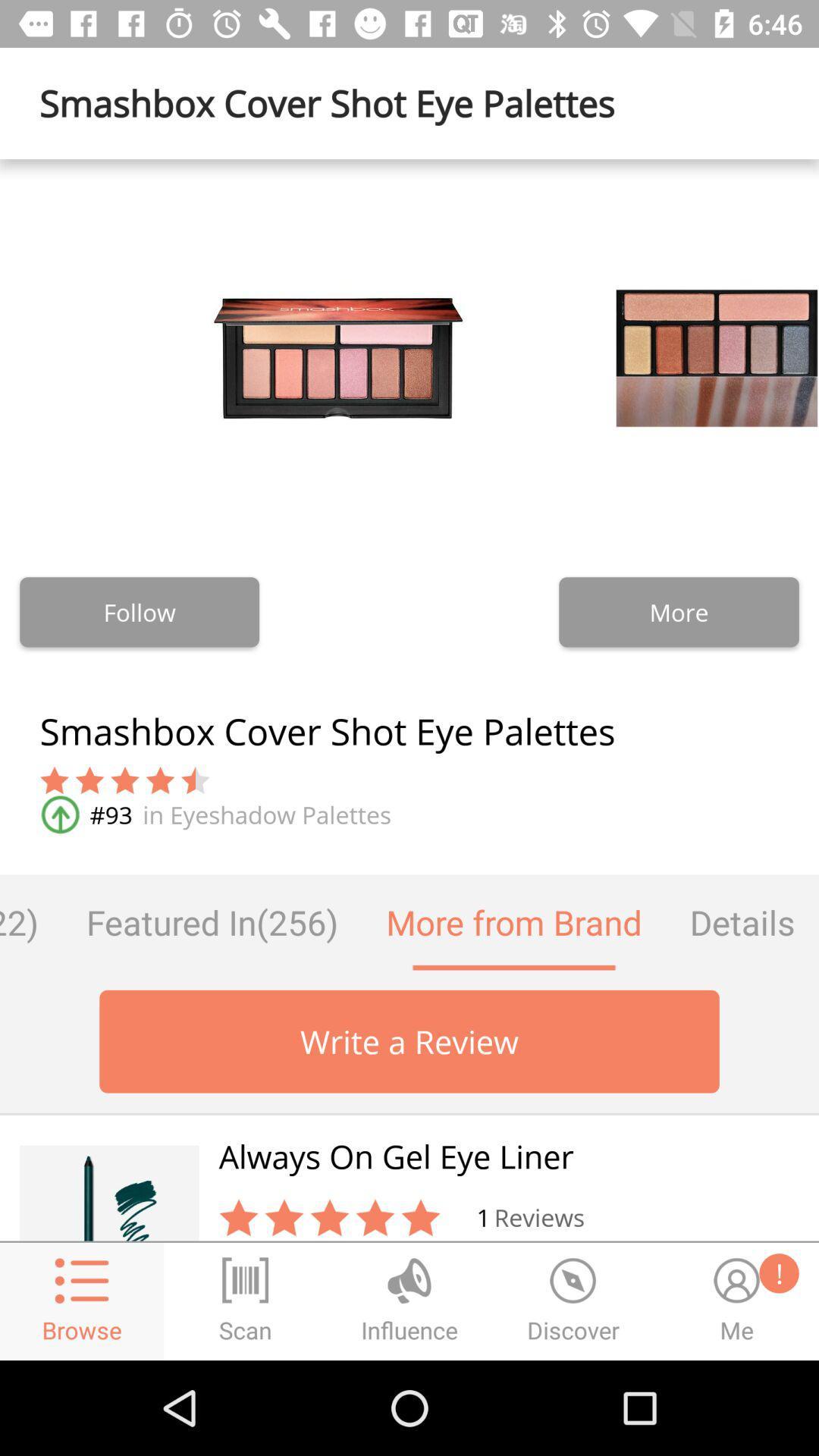  What do you see at coordinates (140, 612) in the screenshot?
I see `the follow button` at bounding box center [140, 612].